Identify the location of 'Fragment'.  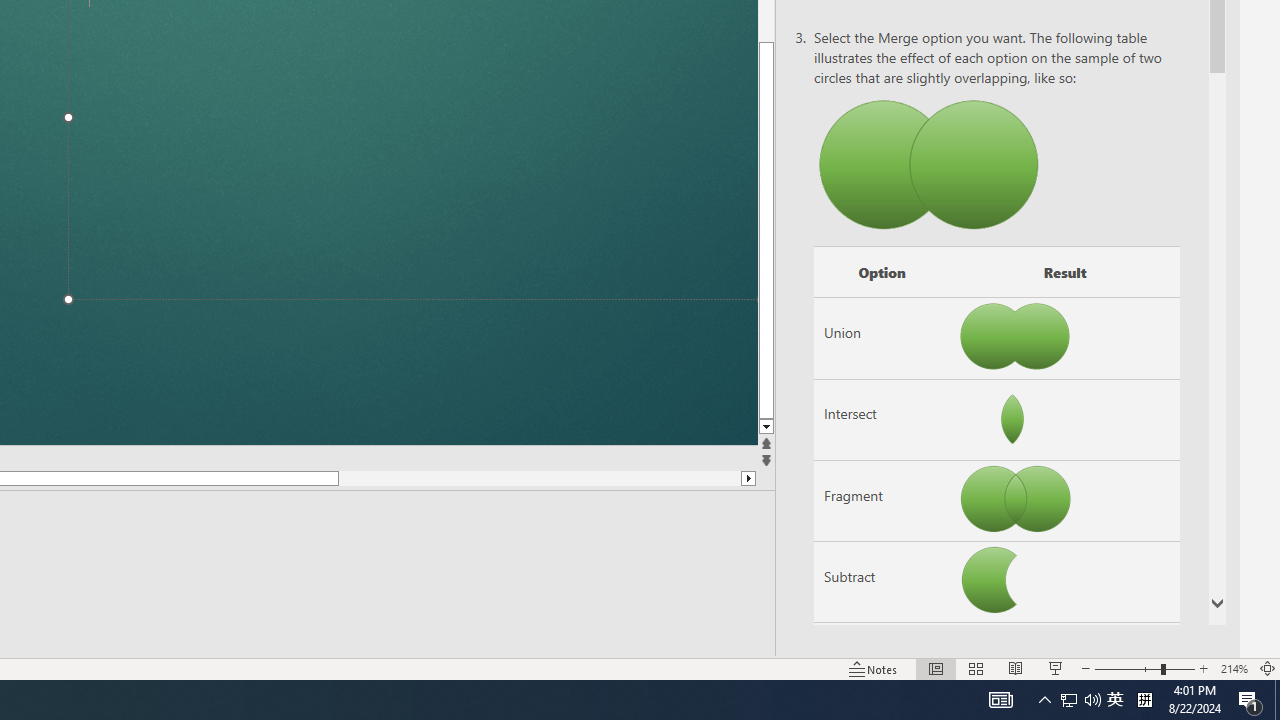
(880, 500).